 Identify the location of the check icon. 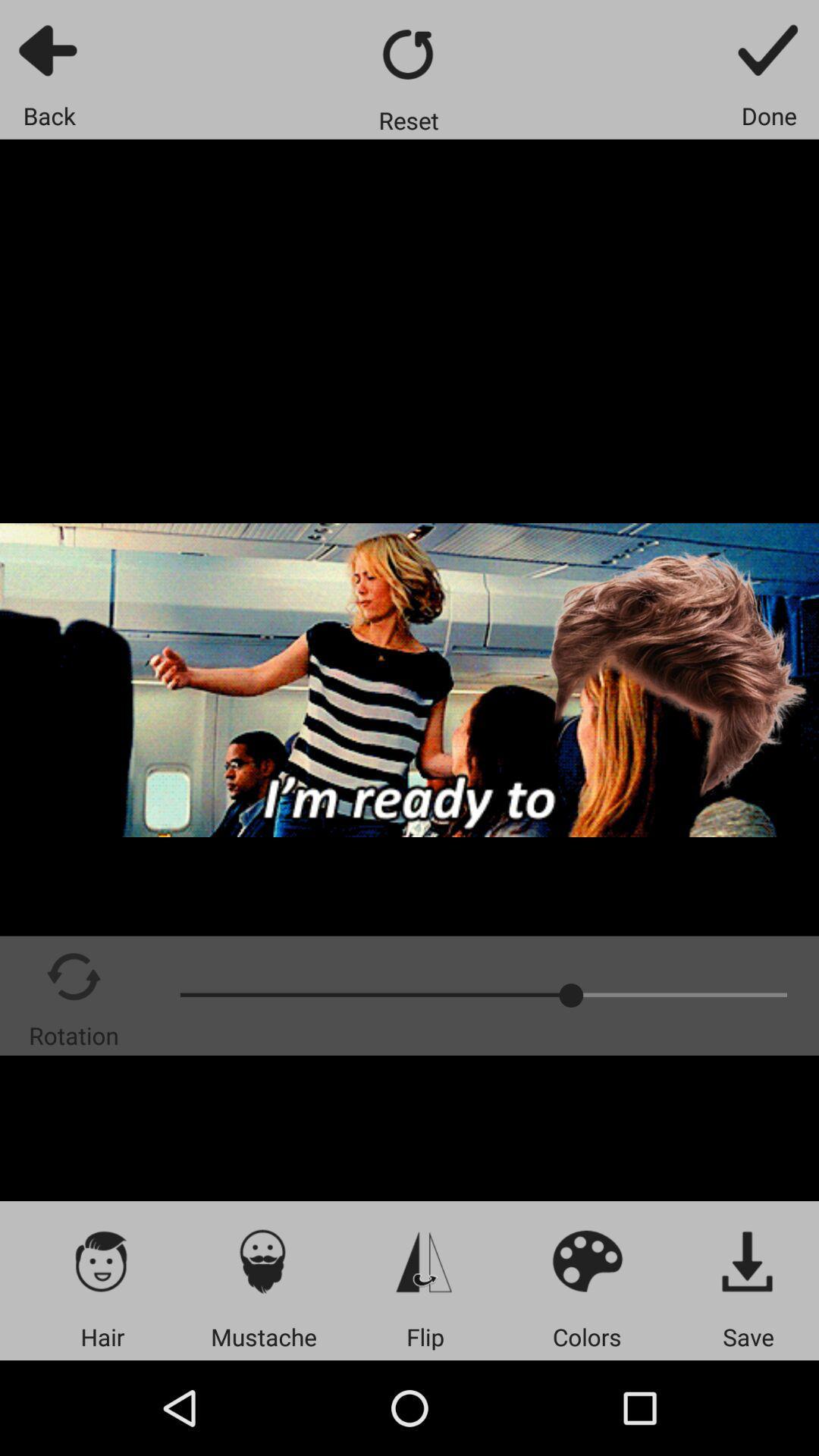
(769, 49).